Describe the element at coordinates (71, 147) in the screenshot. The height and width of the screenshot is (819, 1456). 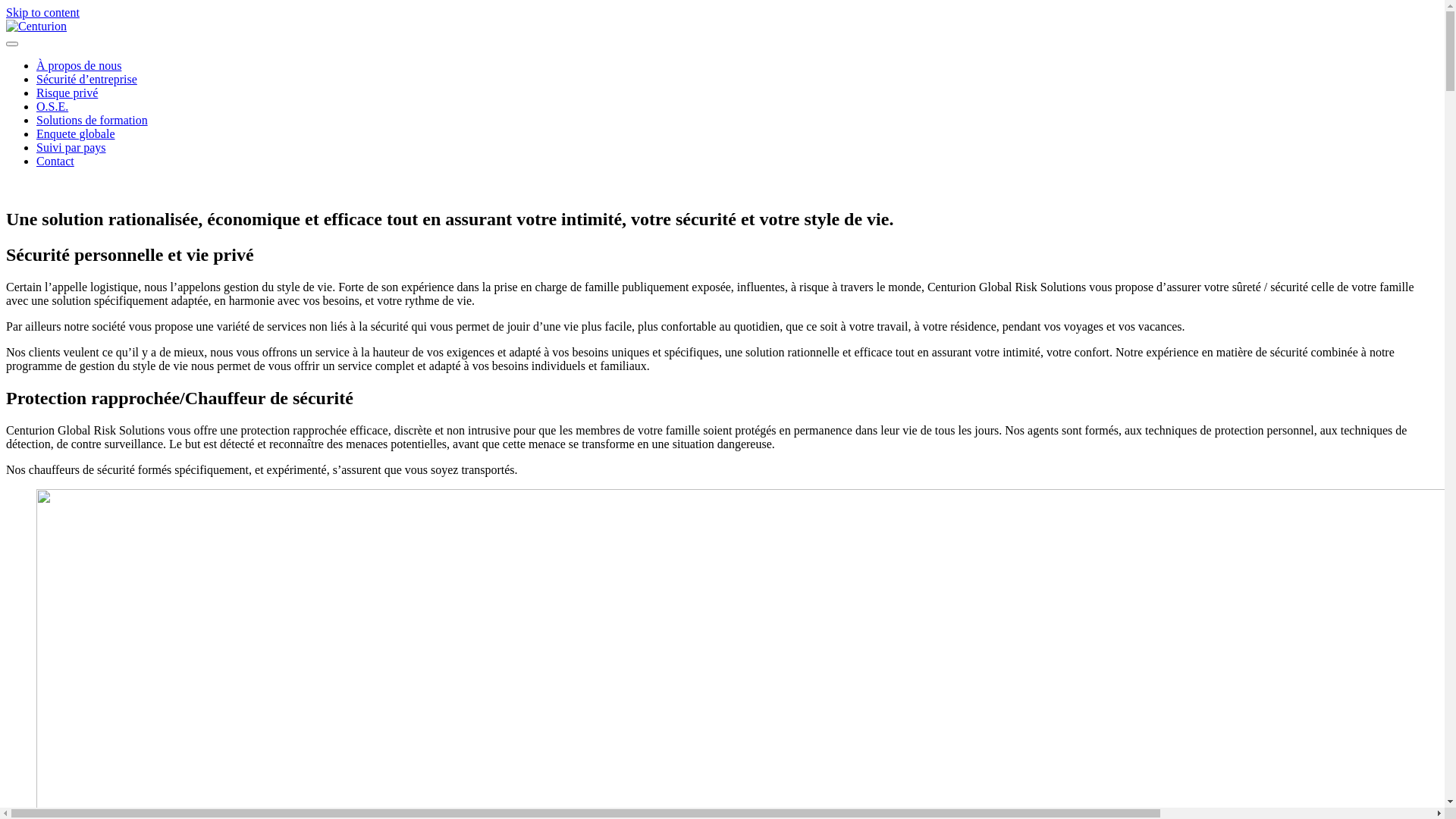
I see `'Suivi par pays'` at that location.